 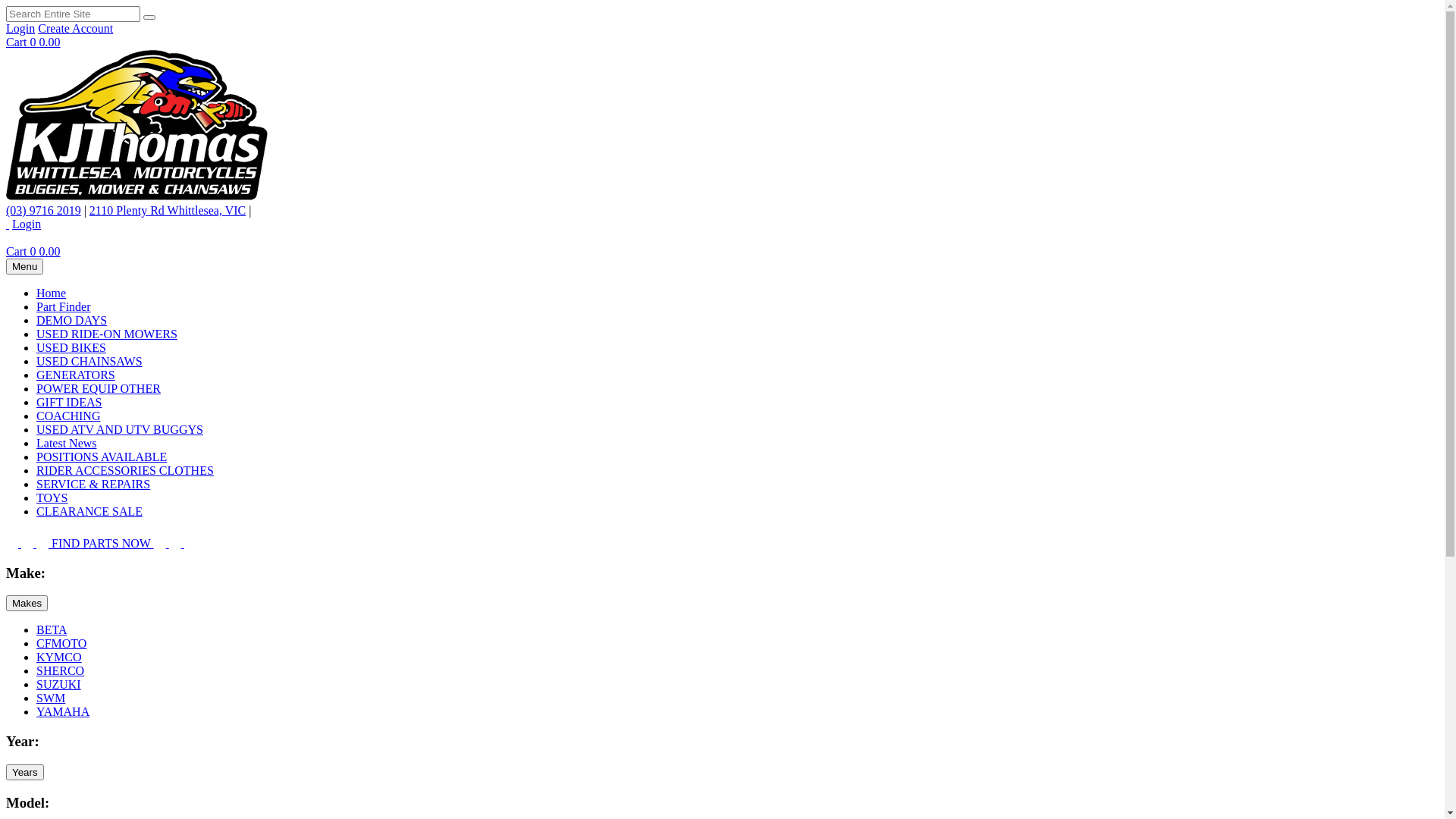 I want to click on 'Years', so click(x=25, y=772).